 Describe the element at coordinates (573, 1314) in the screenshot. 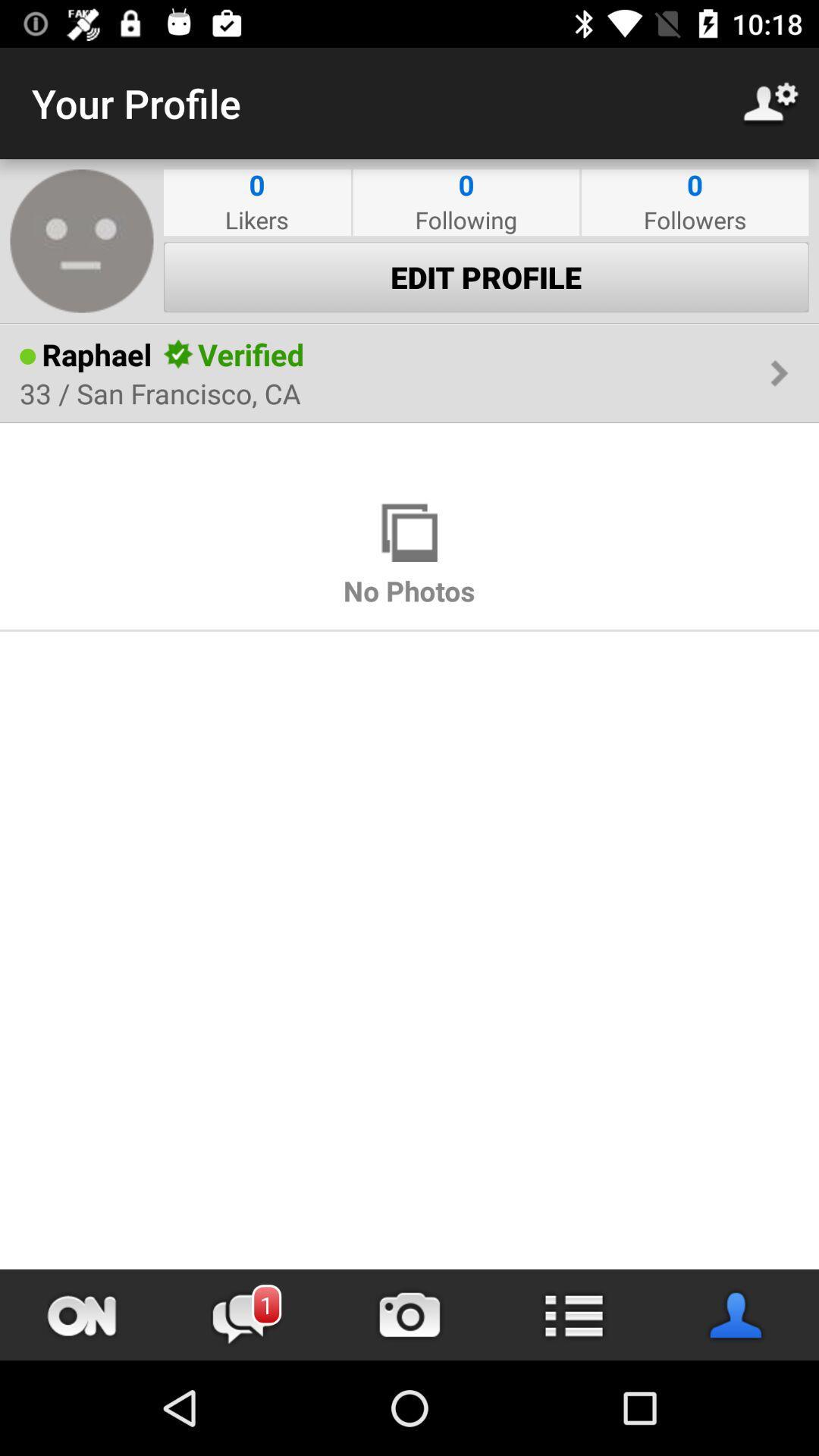

I see `the list icon` at that location.